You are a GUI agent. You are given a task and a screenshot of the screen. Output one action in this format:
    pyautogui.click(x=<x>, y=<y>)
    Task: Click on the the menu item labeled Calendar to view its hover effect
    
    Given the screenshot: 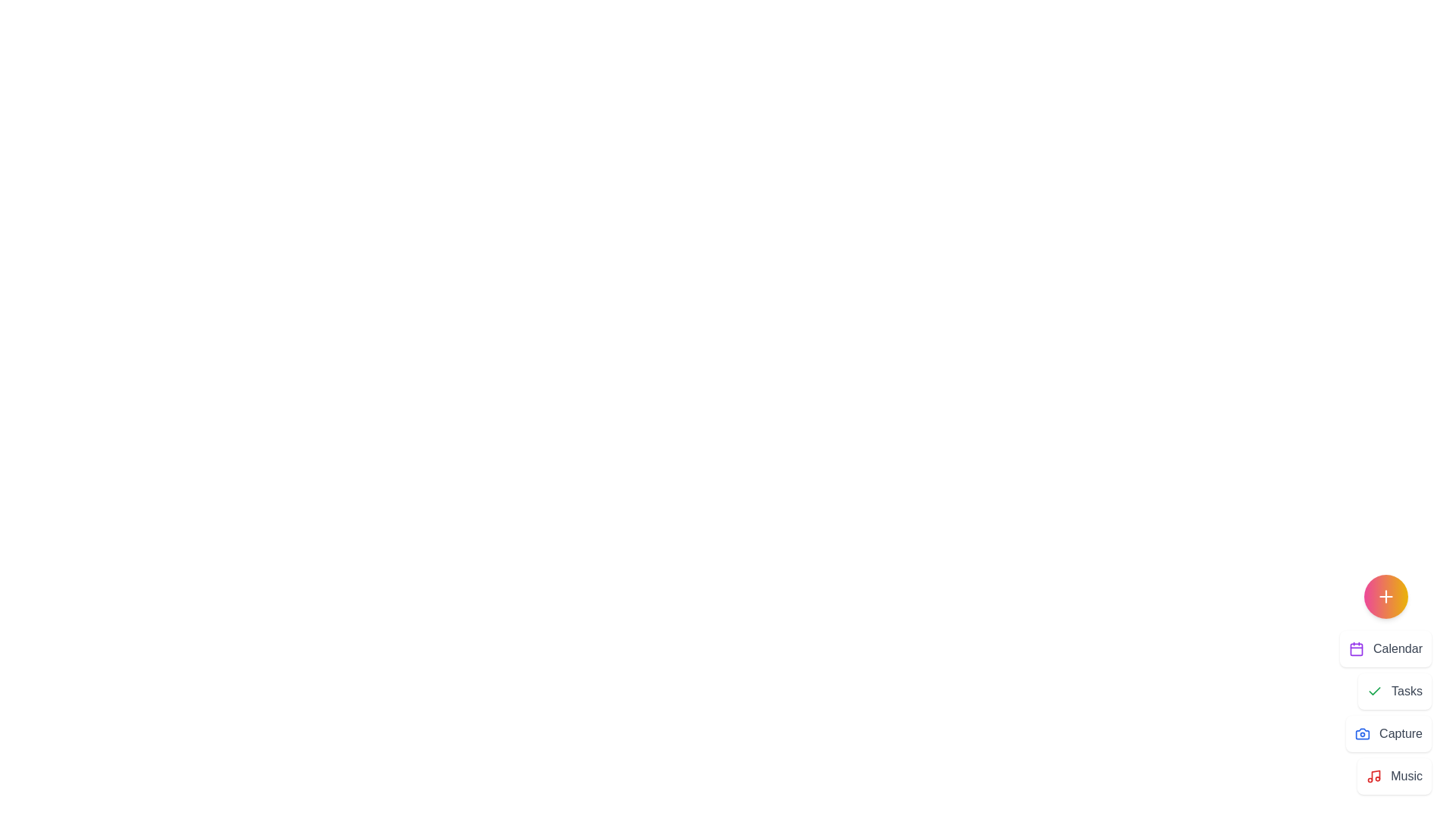 What is the action you would take?
    pyautogui.click(x=1385, y=648)
    